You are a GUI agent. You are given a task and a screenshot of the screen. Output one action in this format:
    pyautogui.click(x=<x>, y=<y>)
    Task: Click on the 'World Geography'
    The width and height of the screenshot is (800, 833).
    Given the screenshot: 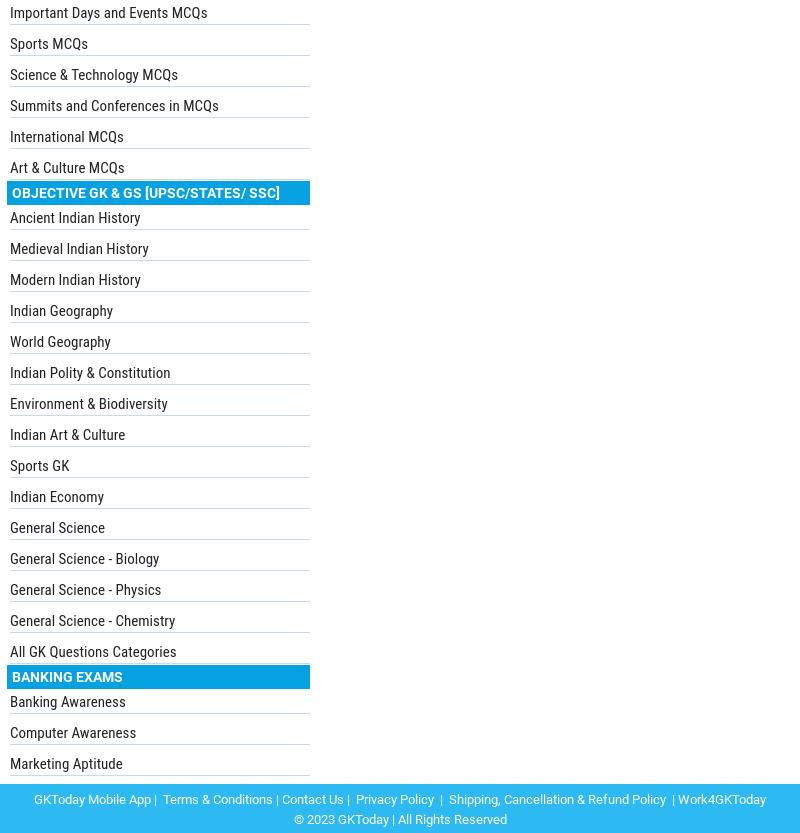 What is the action you would take?
    pyautogui.click(x=59, y=340)
    